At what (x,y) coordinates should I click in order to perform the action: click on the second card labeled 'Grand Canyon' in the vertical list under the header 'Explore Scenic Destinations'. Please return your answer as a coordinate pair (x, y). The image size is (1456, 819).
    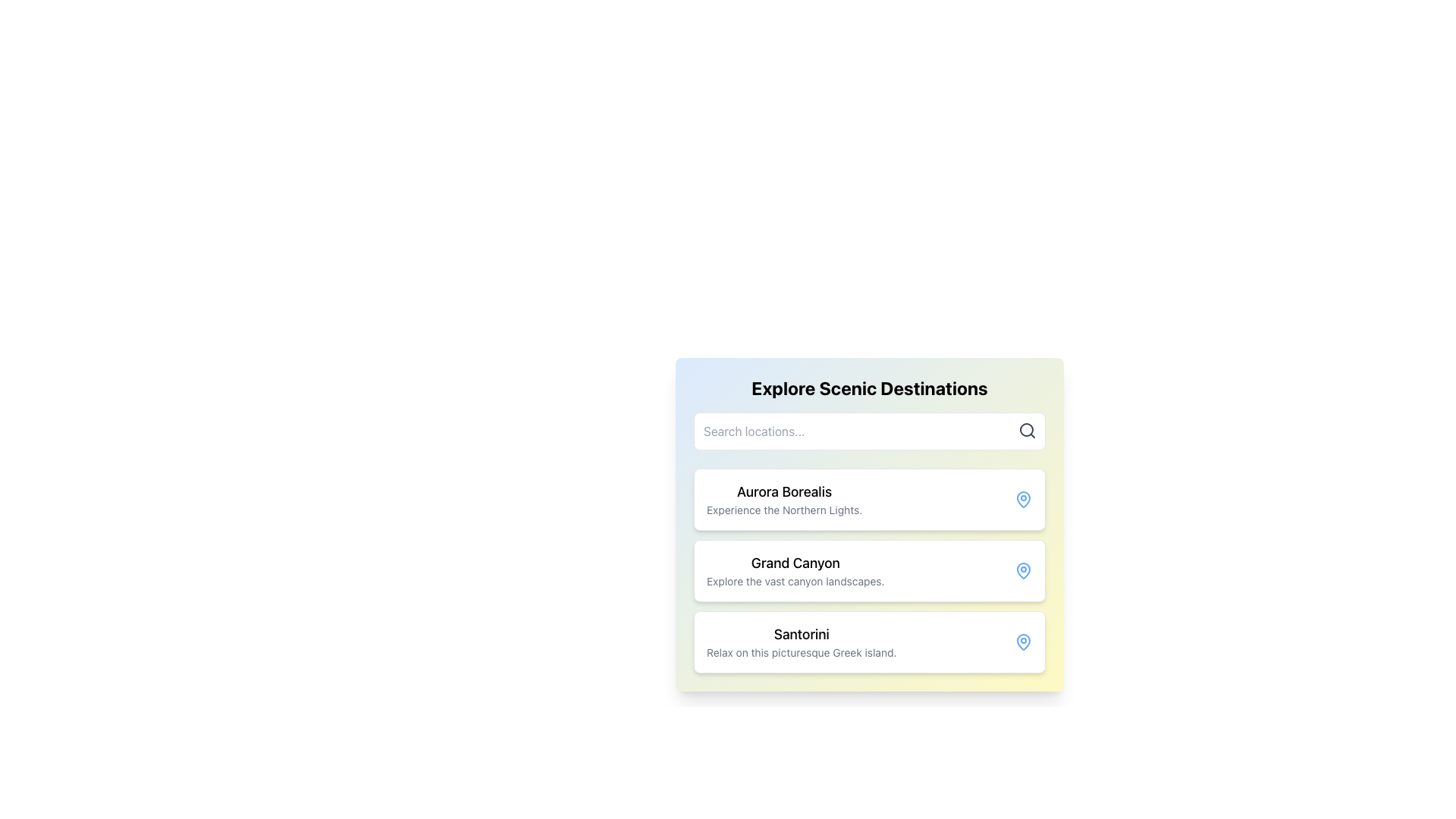
    Looking at the image, I should click on (870, 570).